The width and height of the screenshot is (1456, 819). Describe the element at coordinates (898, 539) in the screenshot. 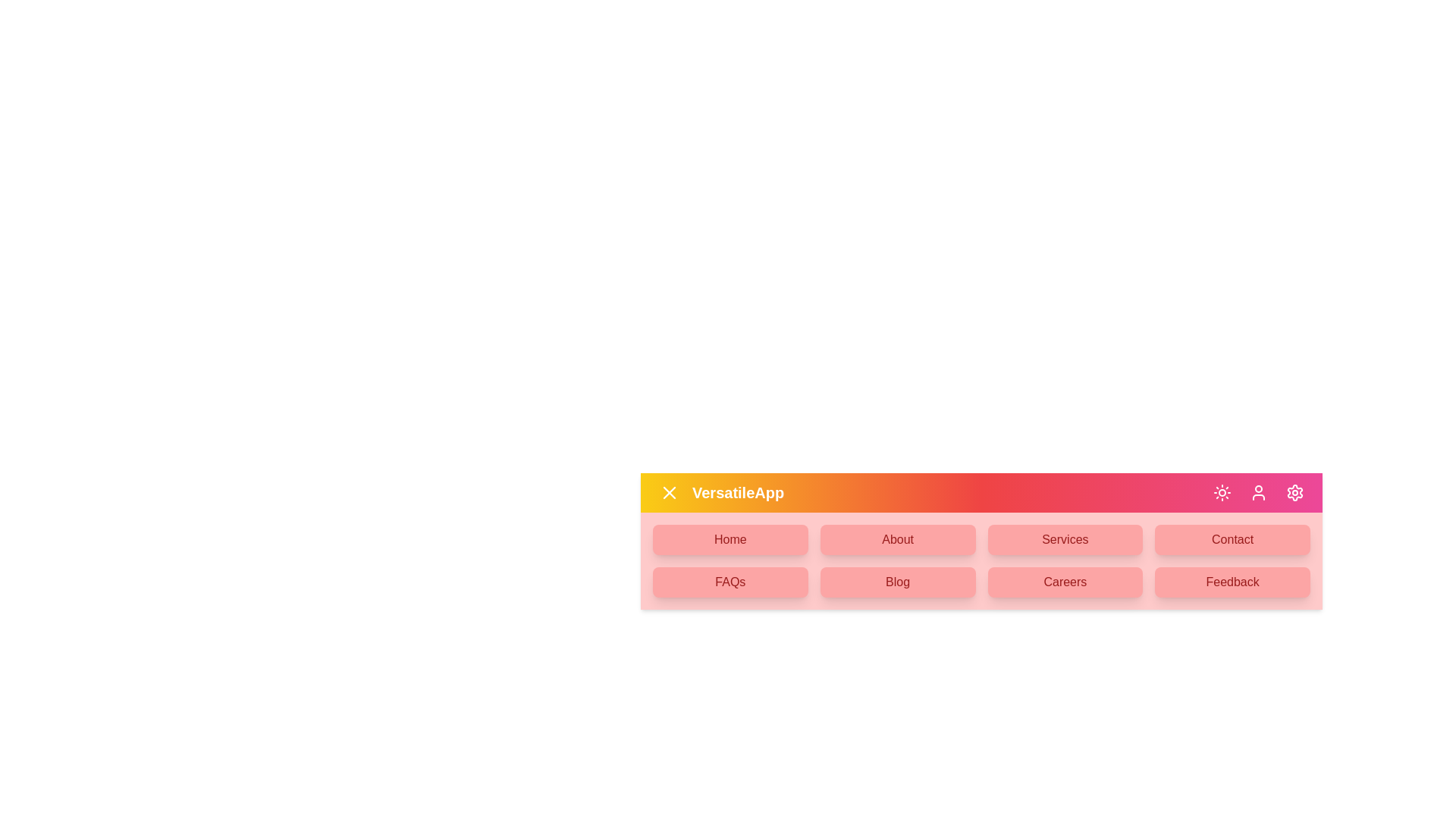

I see `the menu item About from the available options` at that location.